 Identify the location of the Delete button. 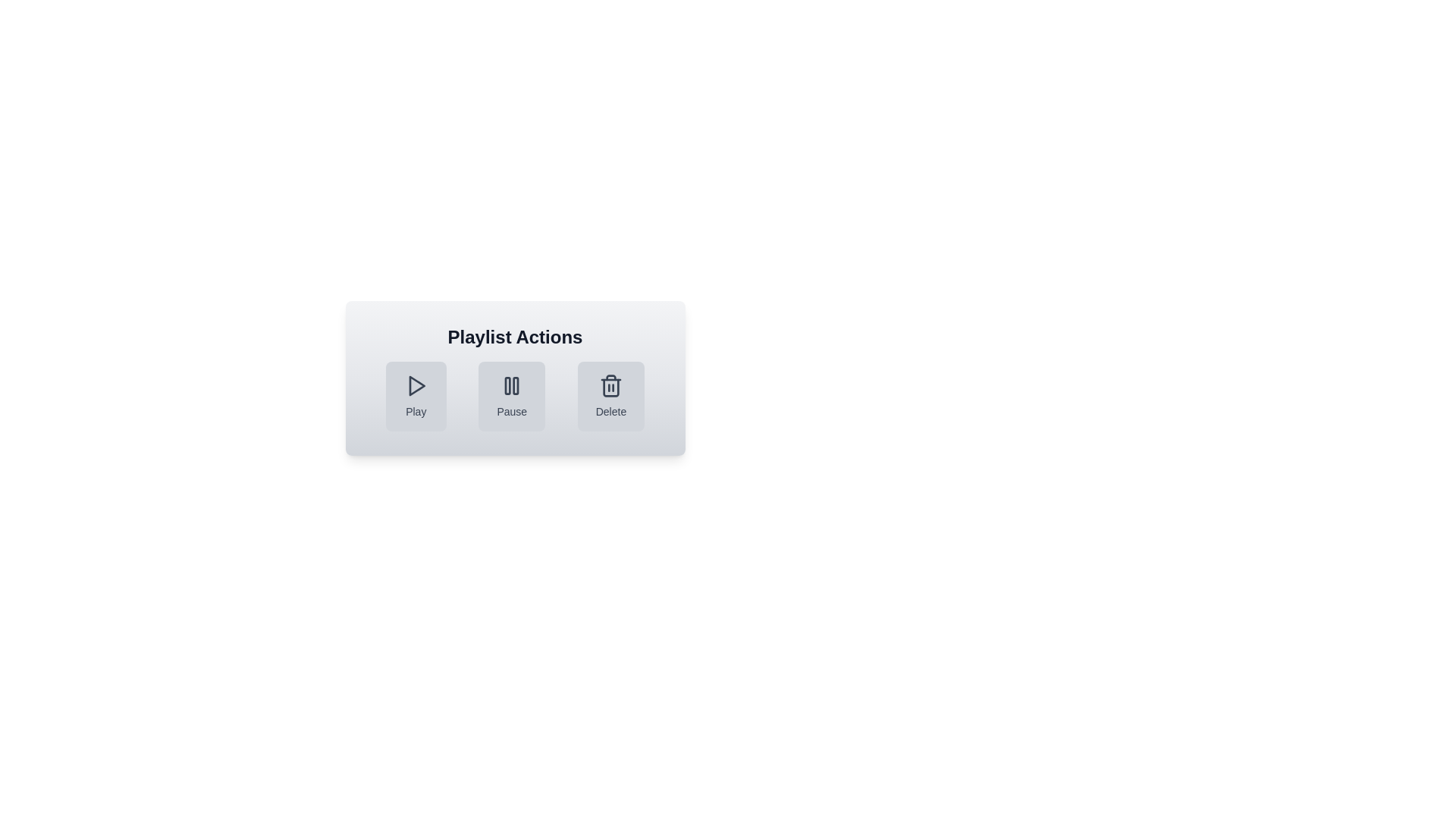
(611, 396).